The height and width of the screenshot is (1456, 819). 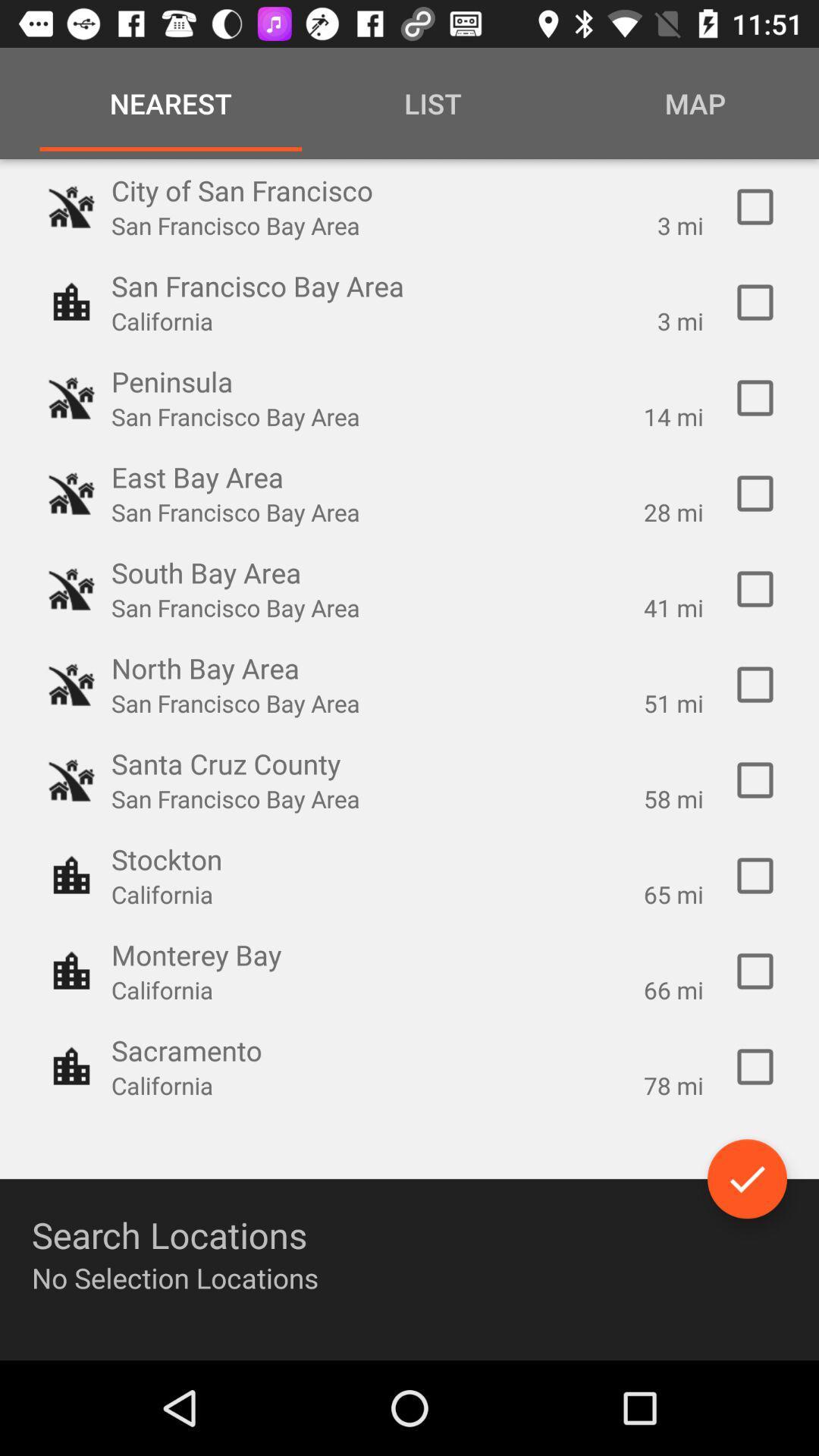 I want to click on the location, so click(x=755, y=588).